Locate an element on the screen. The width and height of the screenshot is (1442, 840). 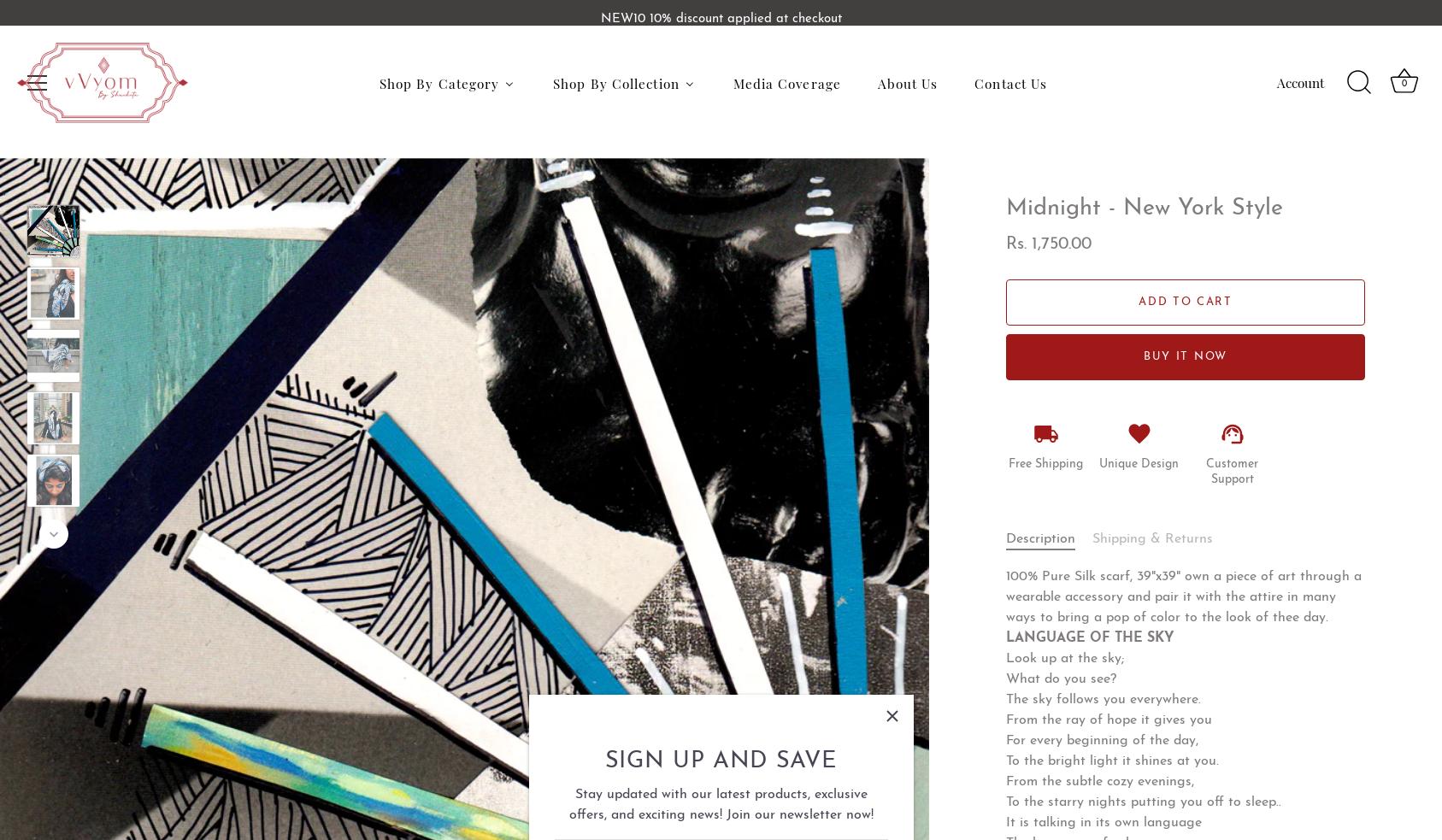
'LANGUAGE OF THE SKY' is located at coordinates (1089, 637).